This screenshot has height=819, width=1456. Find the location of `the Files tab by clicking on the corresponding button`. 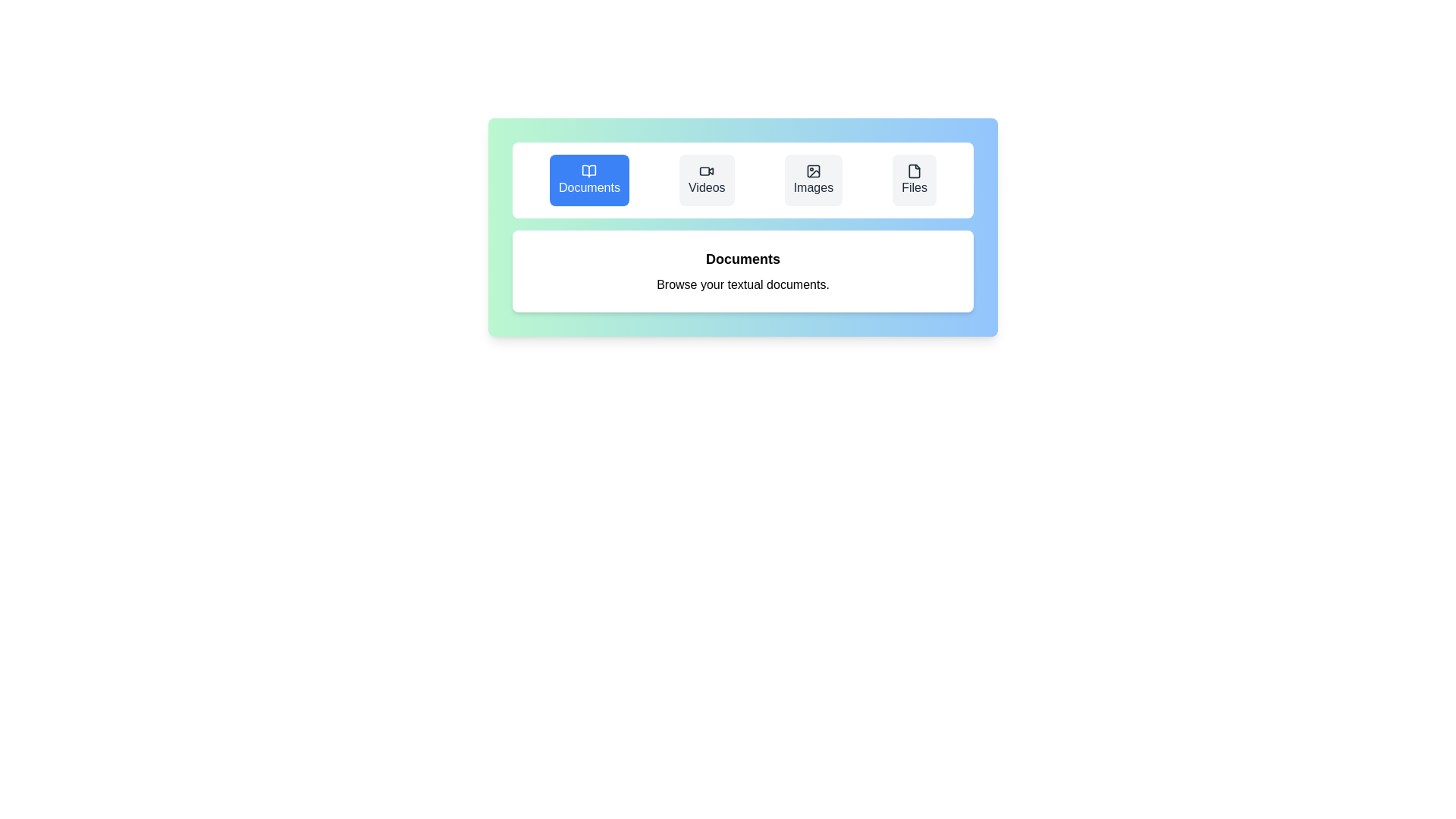

the Files tab by clicking on the corresponding button is located at coordinates (914, 180).